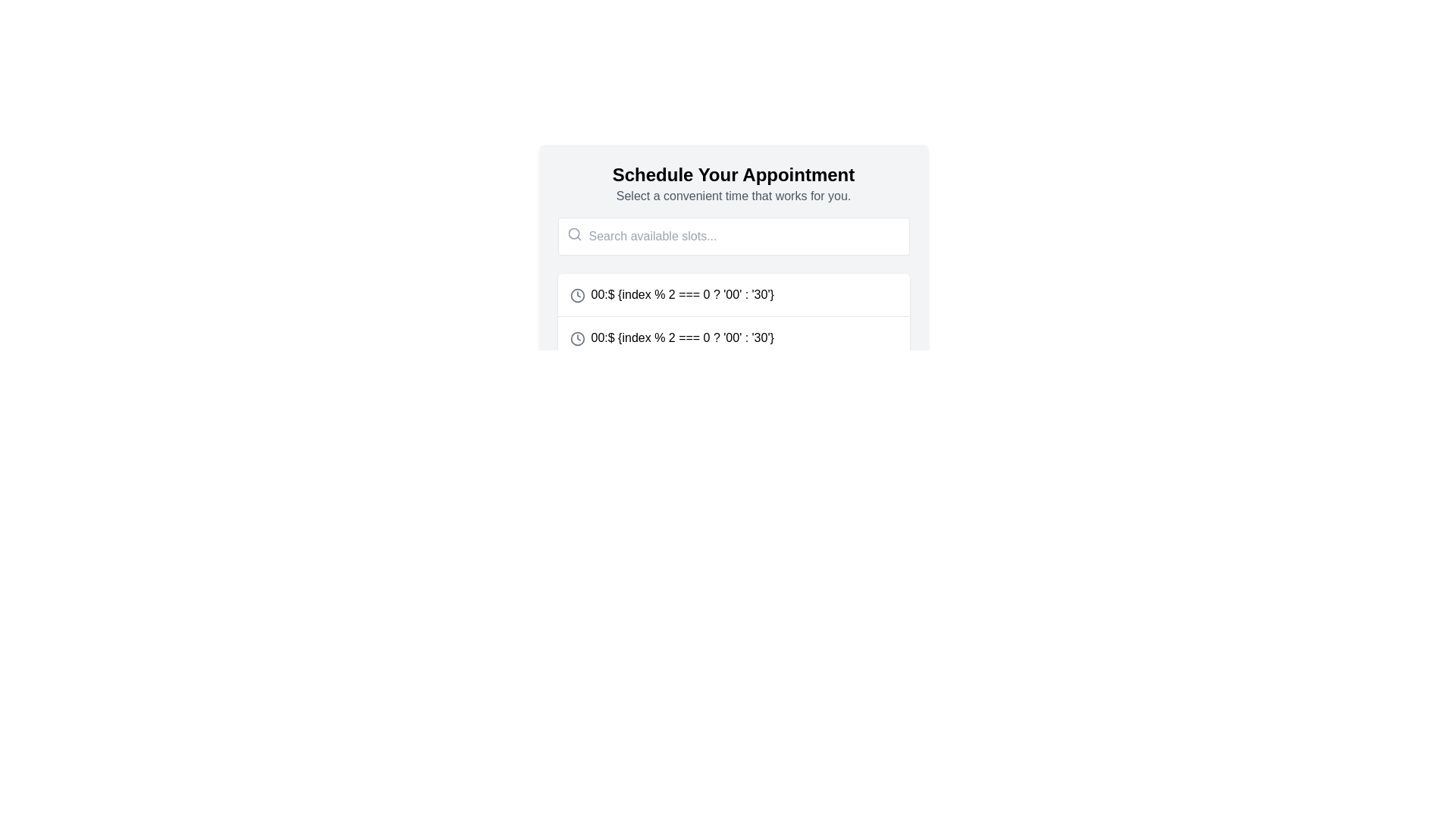  Describe the element at coordinates (573, 234) in the screenshot. I see `the decorative circle of the magnifying glass icon, which represents the search function, located to the left of the 'Search available slots...' input field` at that location.